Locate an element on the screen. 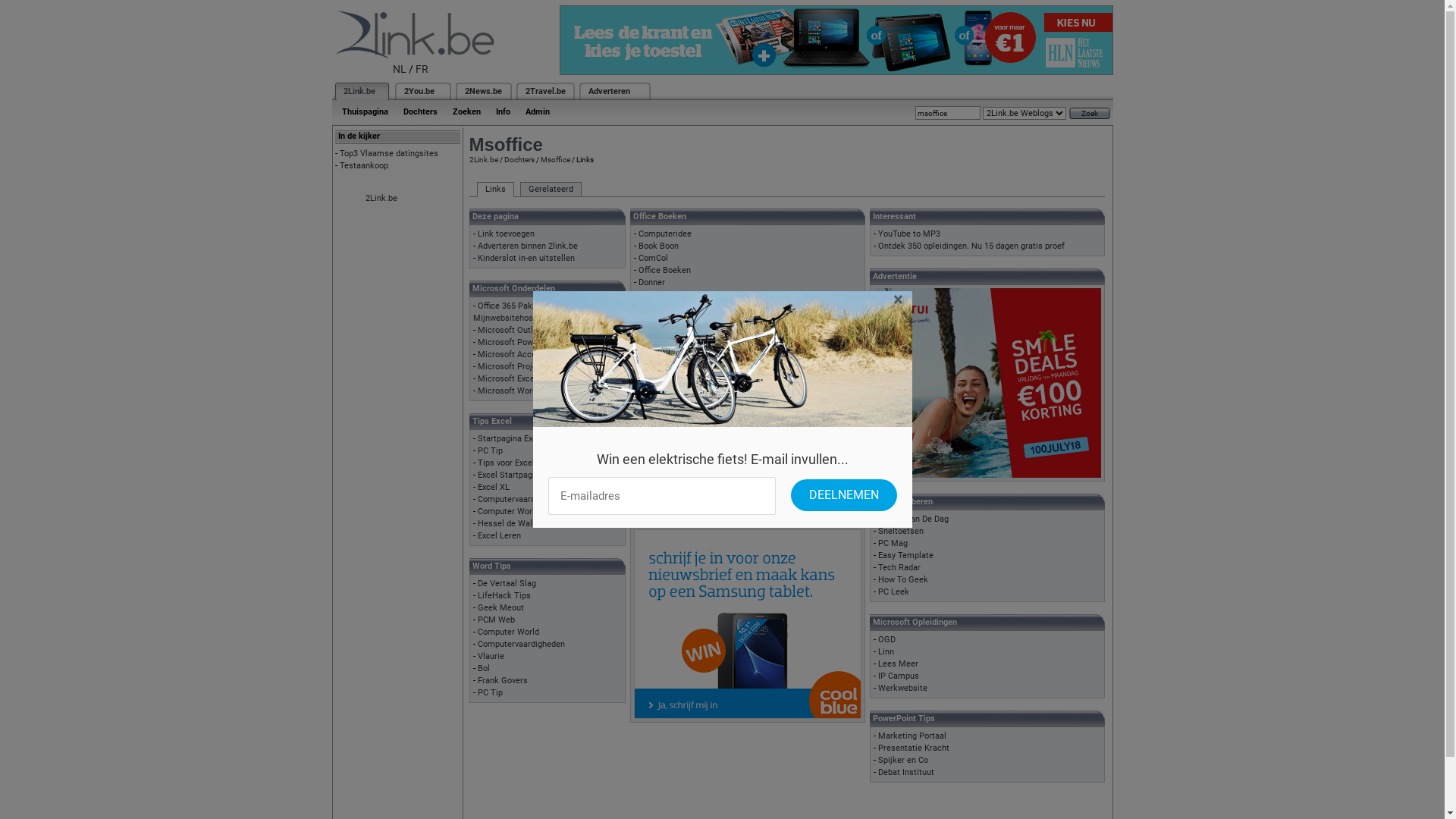 The height and width of the screenshot is (819, 1456). 'De Vertaal Slag' is located at coordinates (476, 582).